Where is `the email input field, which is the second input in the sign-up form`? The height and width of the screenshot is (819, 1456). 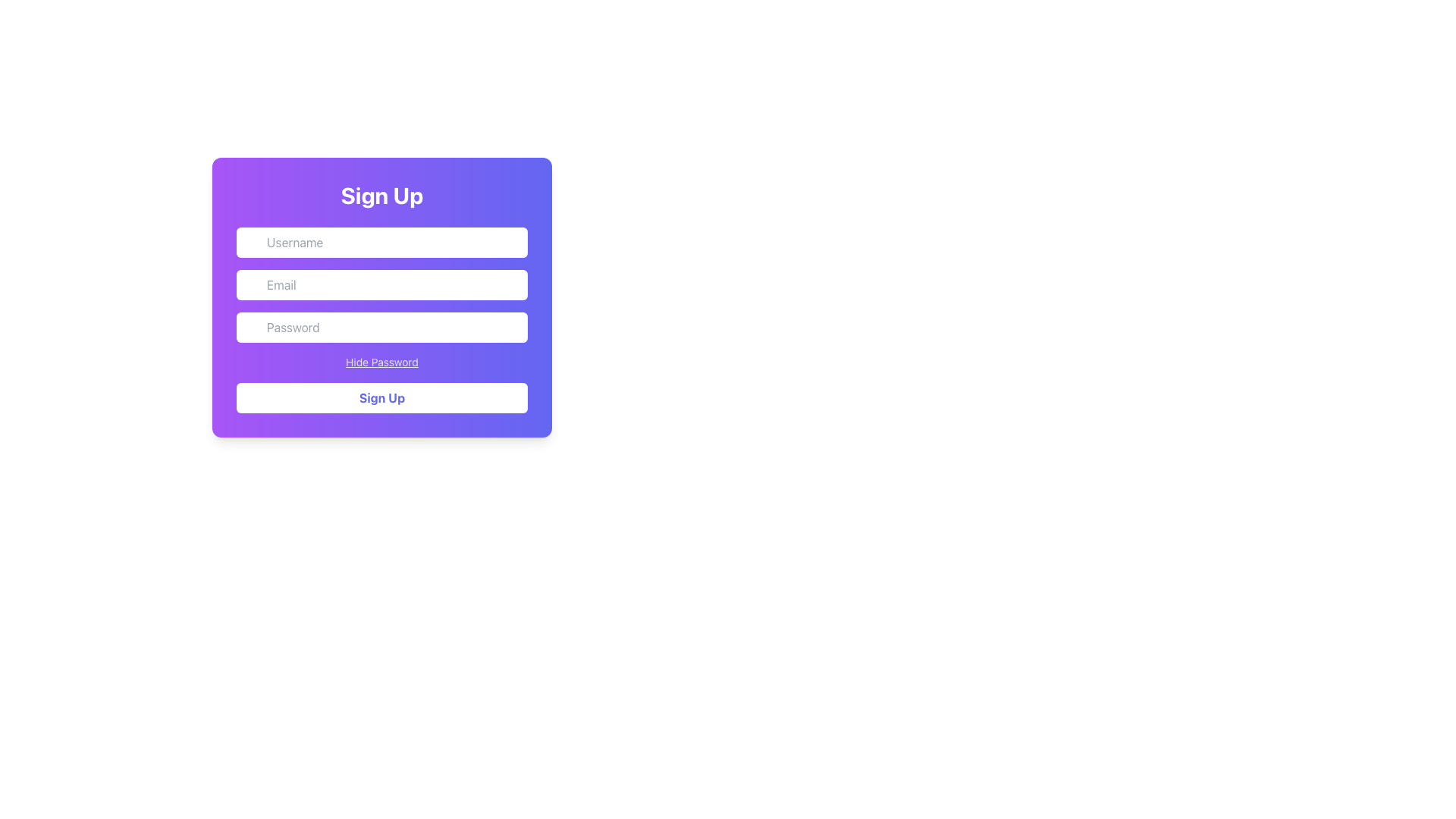 the email input field, which is the second input in the sign-up form is located at coordinates (382, 284).